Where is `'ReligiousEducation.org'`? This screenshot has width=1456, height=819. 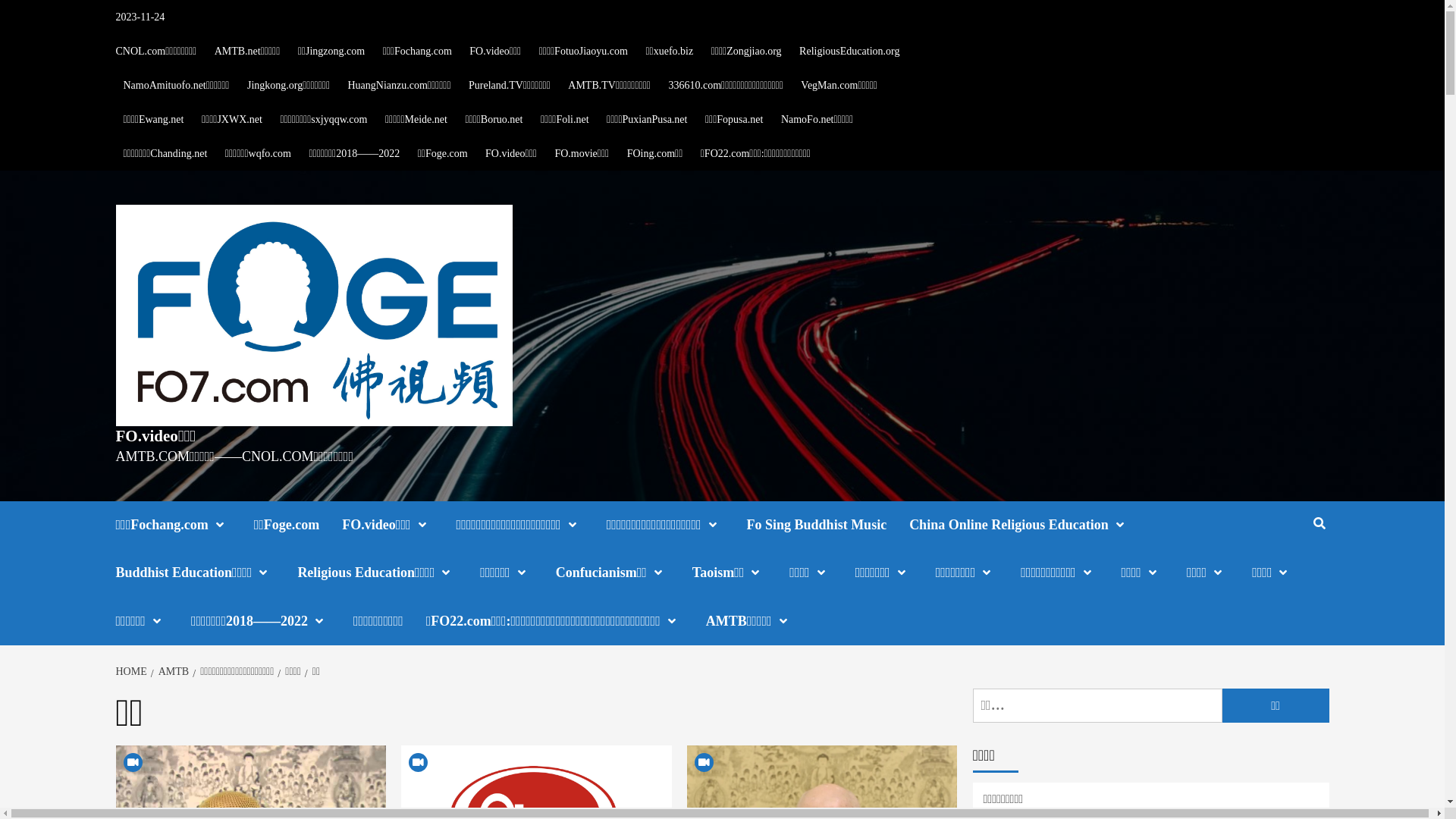
'ReligiousEducation.org' is located at coordinates (790, 50).